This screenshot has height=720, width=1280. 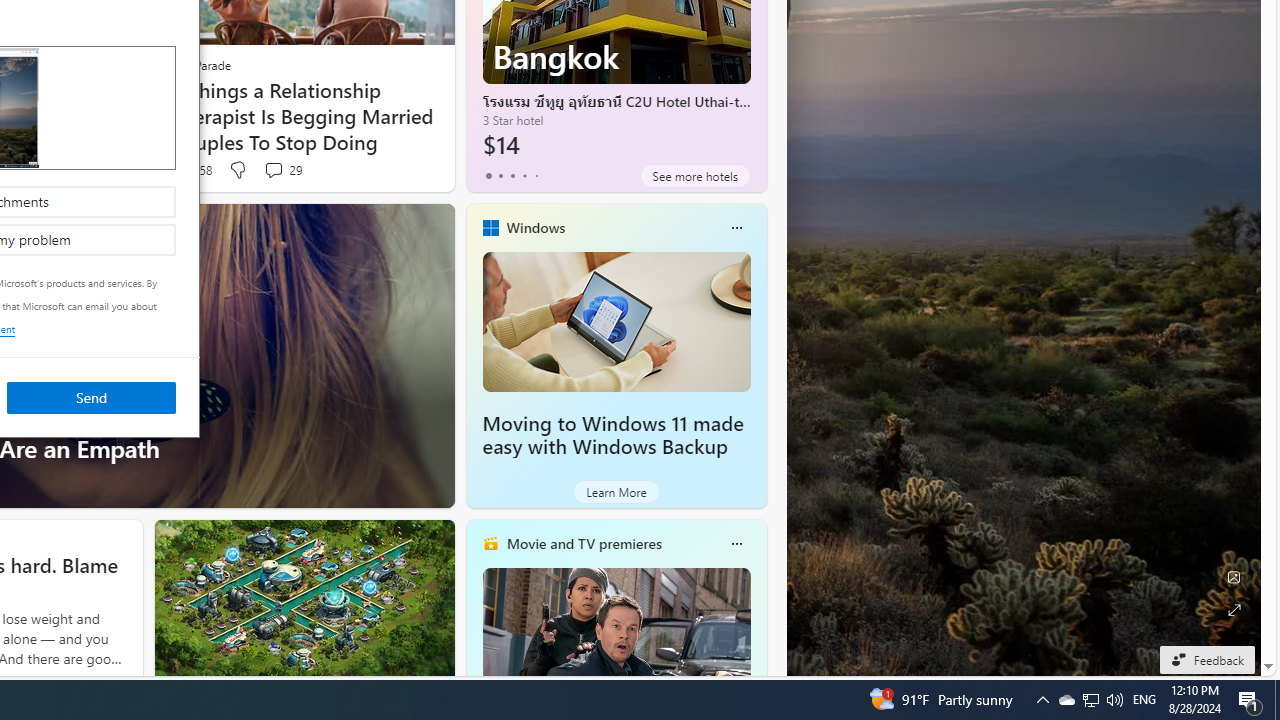 What do you see at coordinates (1276, 698) in the screenshot?
I see `'Show desktop'` at bounding box center [1276, 698].